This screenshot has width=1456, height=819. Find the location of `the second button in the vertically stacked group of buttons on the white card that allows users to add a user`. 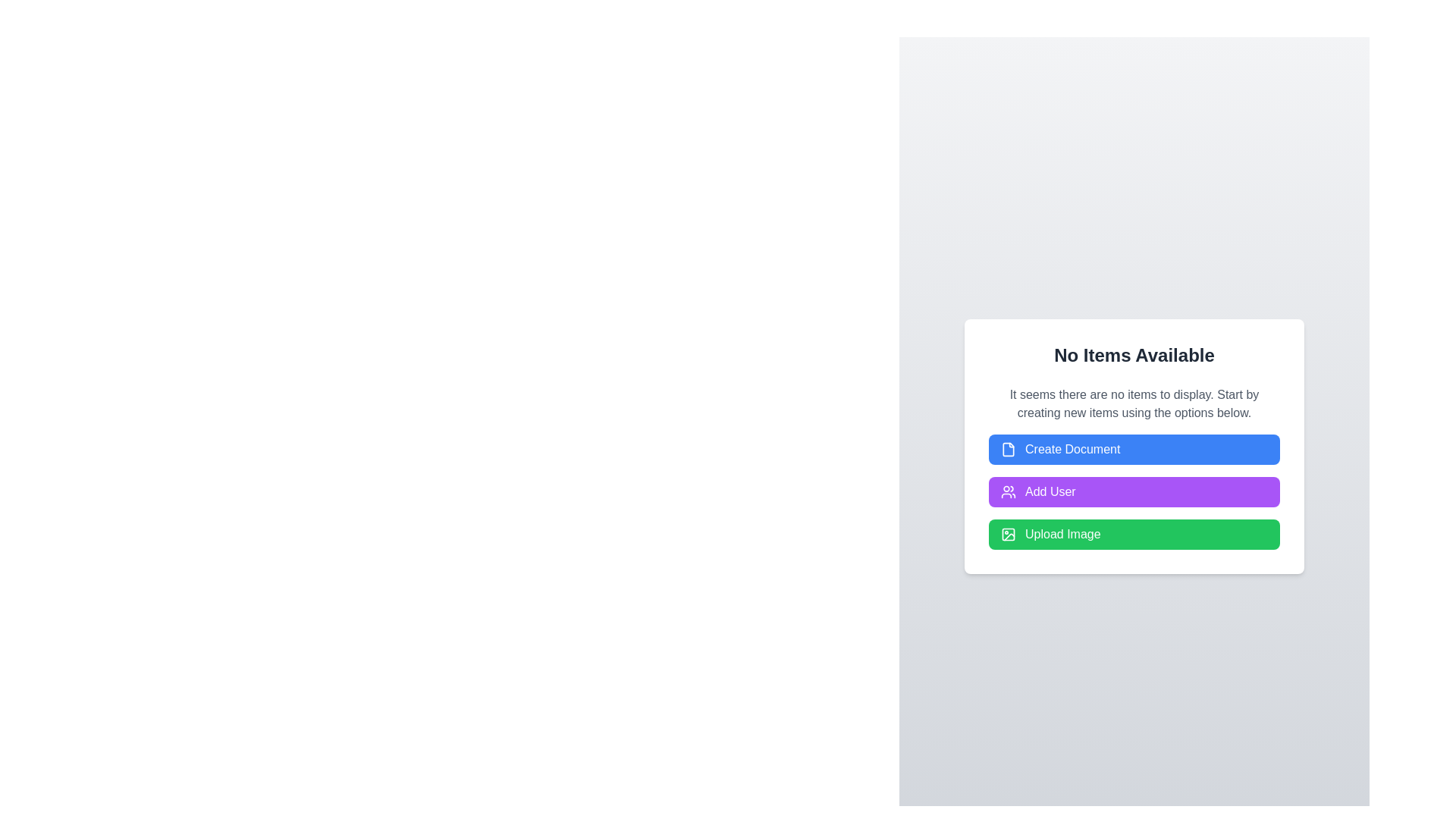

the second button in the vertically stacked group of buttons on the white card that allows users to add a user is located at coordinates (1134, 491).